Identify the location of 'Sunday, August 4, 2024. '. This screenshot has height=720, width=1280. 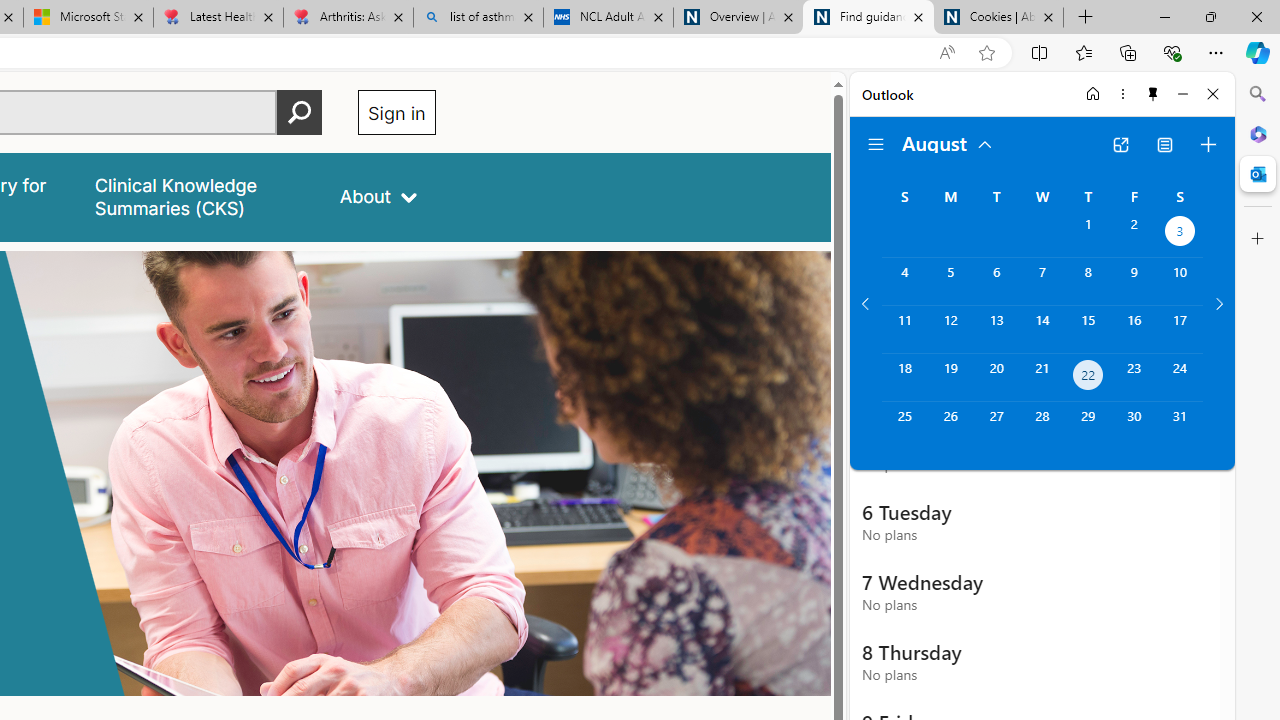
(903, 281).